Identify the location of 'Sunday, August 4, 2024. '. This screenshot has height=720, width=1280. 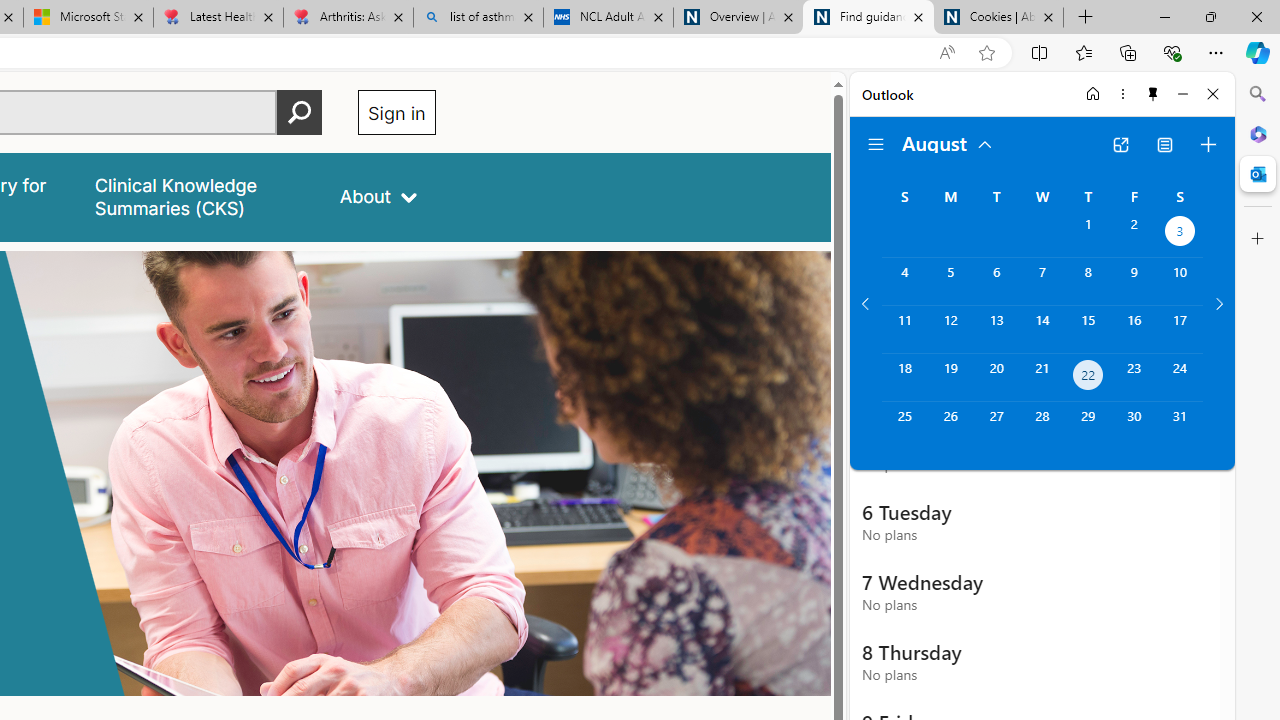
(903, 281).